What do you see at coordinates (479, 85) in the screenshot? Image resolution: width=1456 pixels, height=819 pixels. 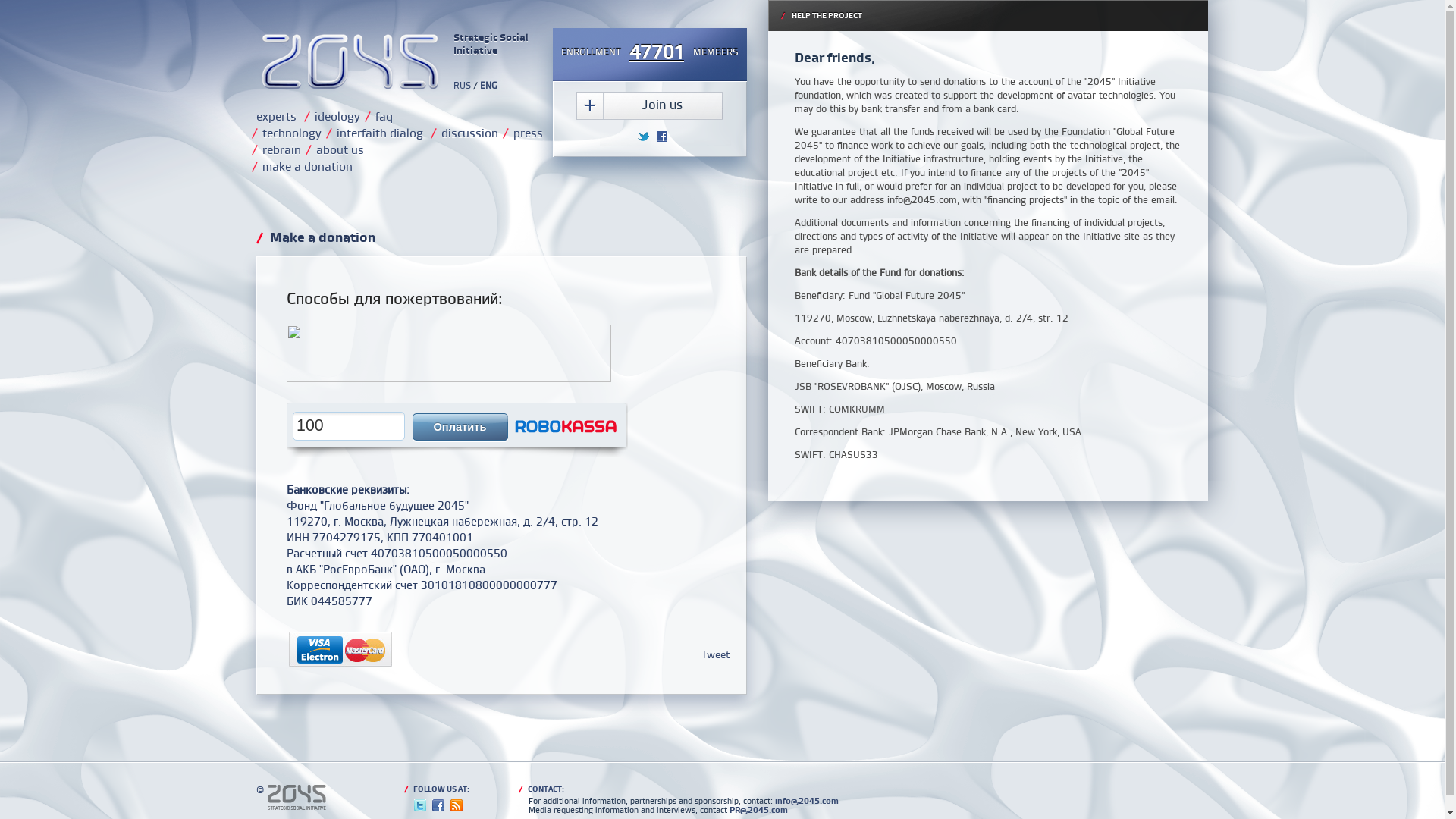 I see `'ENG'` at bounding box center [479, 85].